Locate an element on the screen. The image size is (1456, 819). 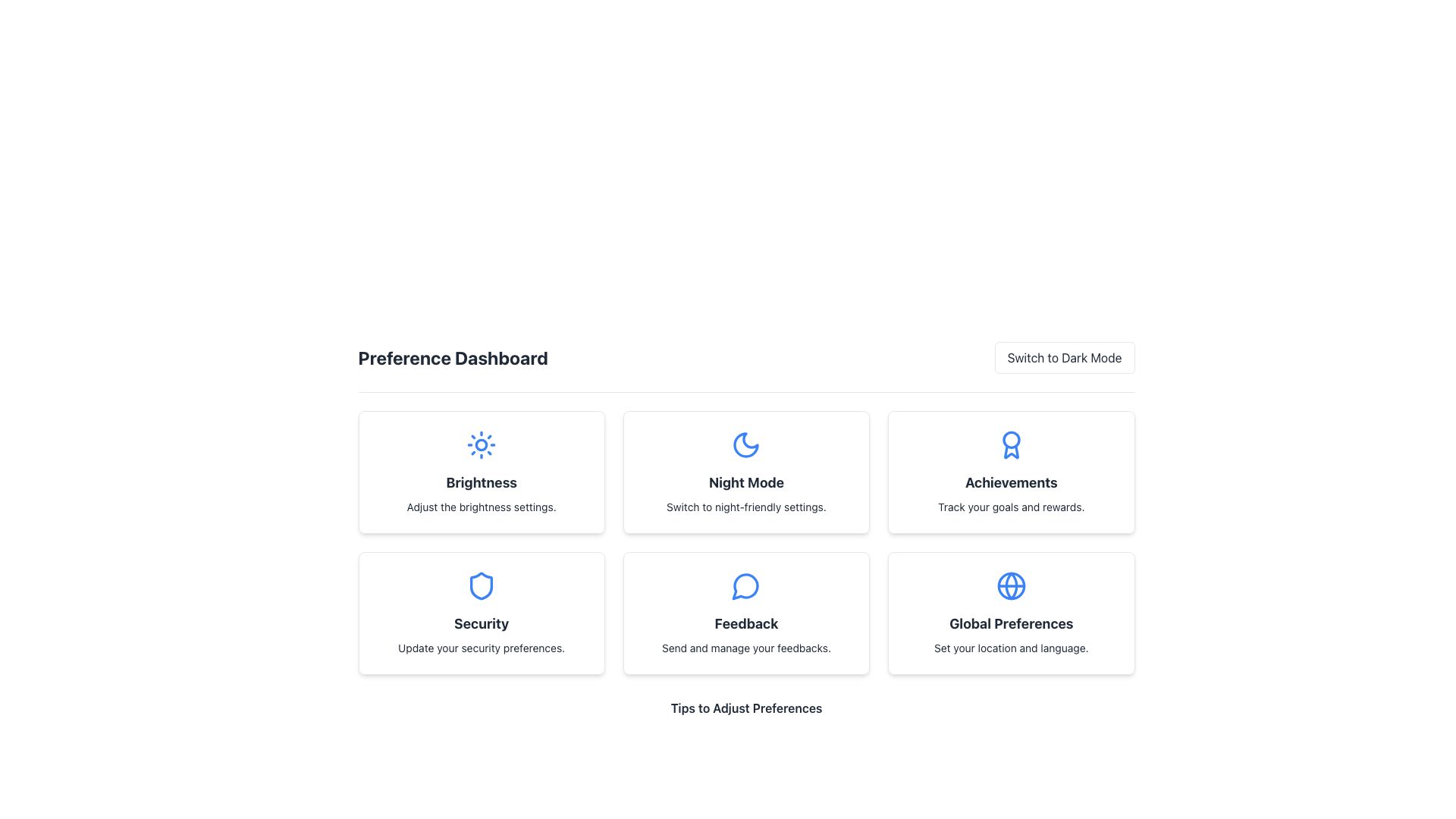
the brightness settings card, which is the first card in the first row of the grid layout, located slightly below the 'Preference Dashboard' heading is located at coordinates (481, 472).